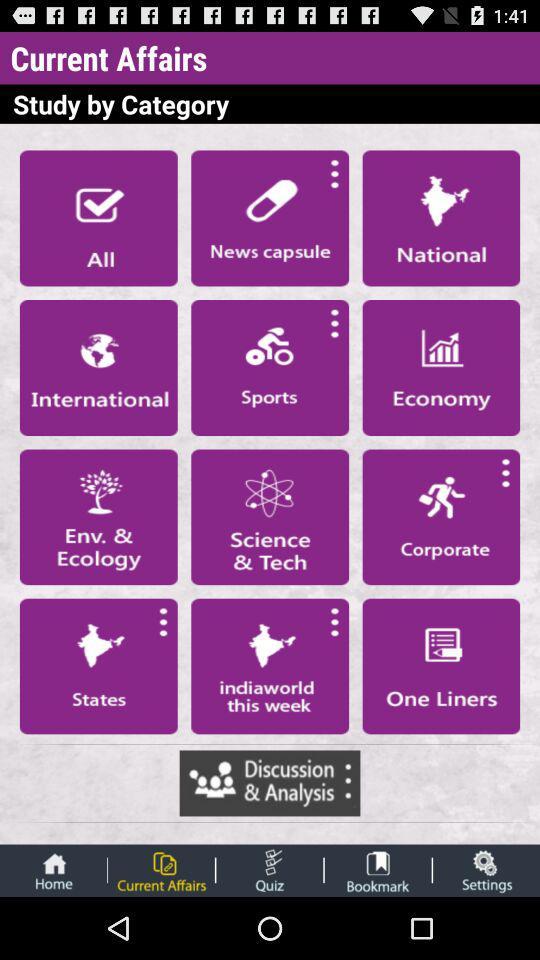 The height and width of the screenshot is (960, 540). I want to click on app category icon, so click(97, 666).